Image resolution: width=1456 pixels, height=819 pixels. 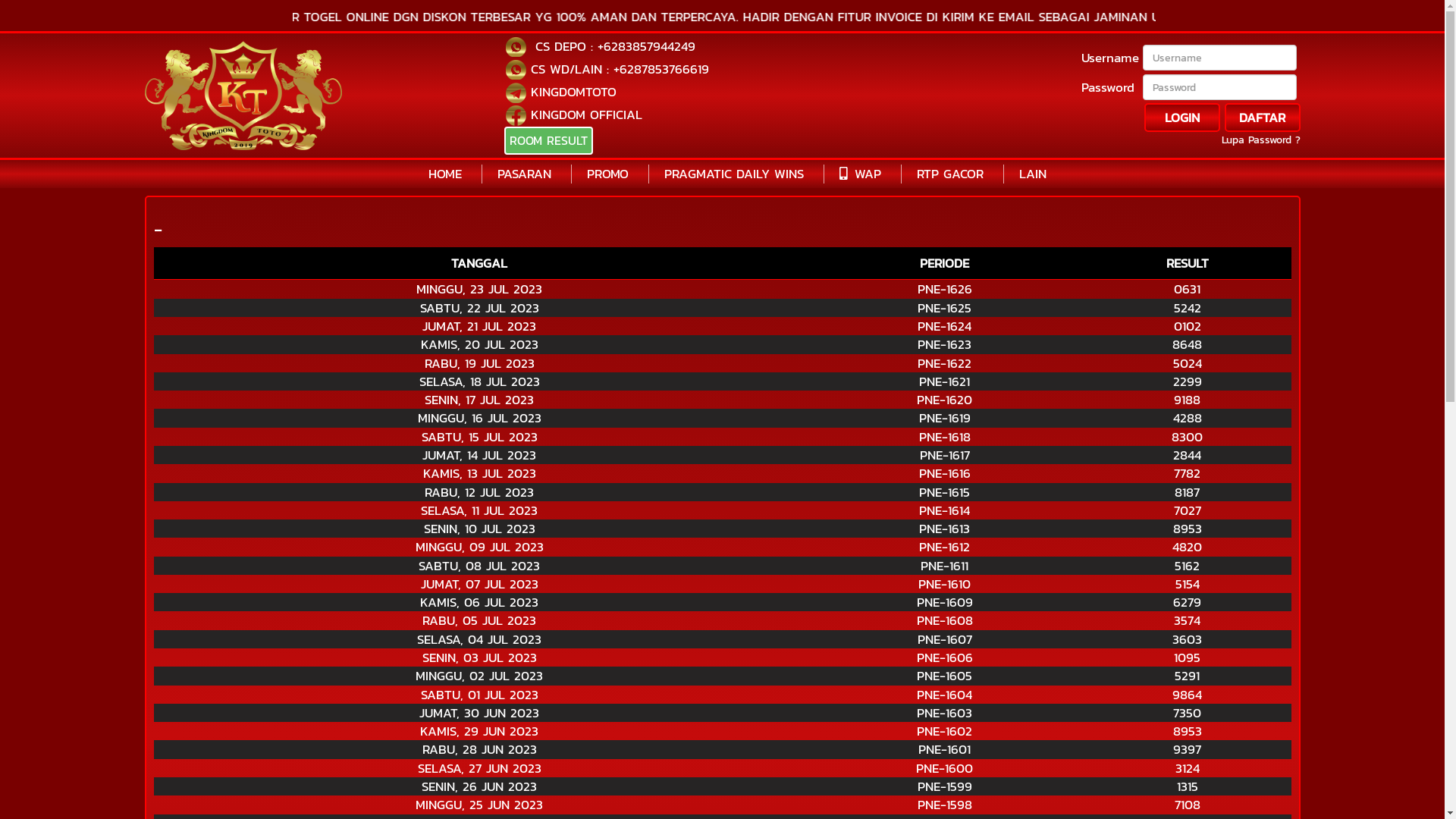 What do you see at coordinates (1260, 140) in the screenshot?
I see `'Lupa Password ?'` at bounding box center [1260, 140].